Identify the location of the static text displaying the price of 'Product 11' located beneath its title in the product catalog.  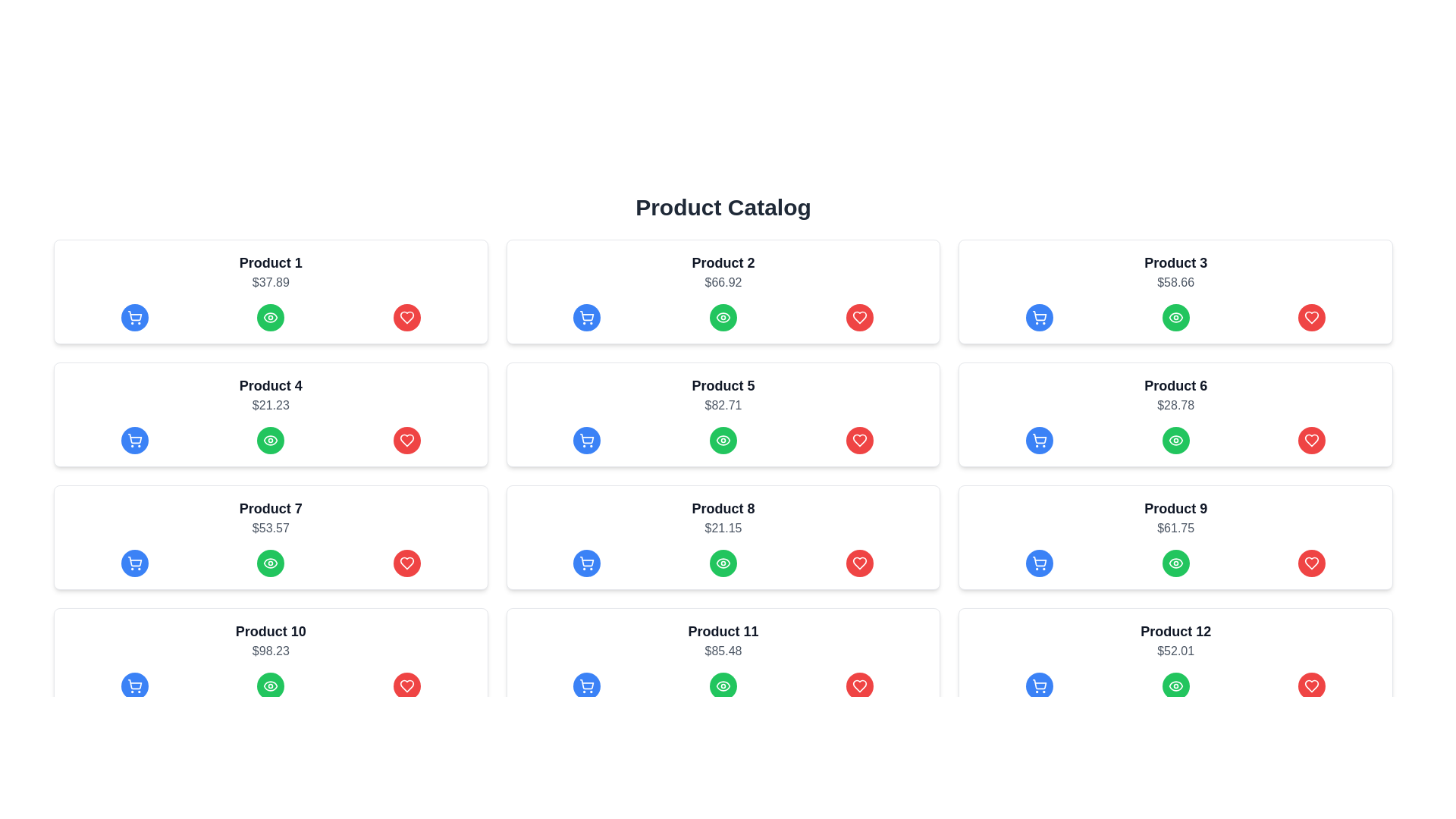
(723, 651).